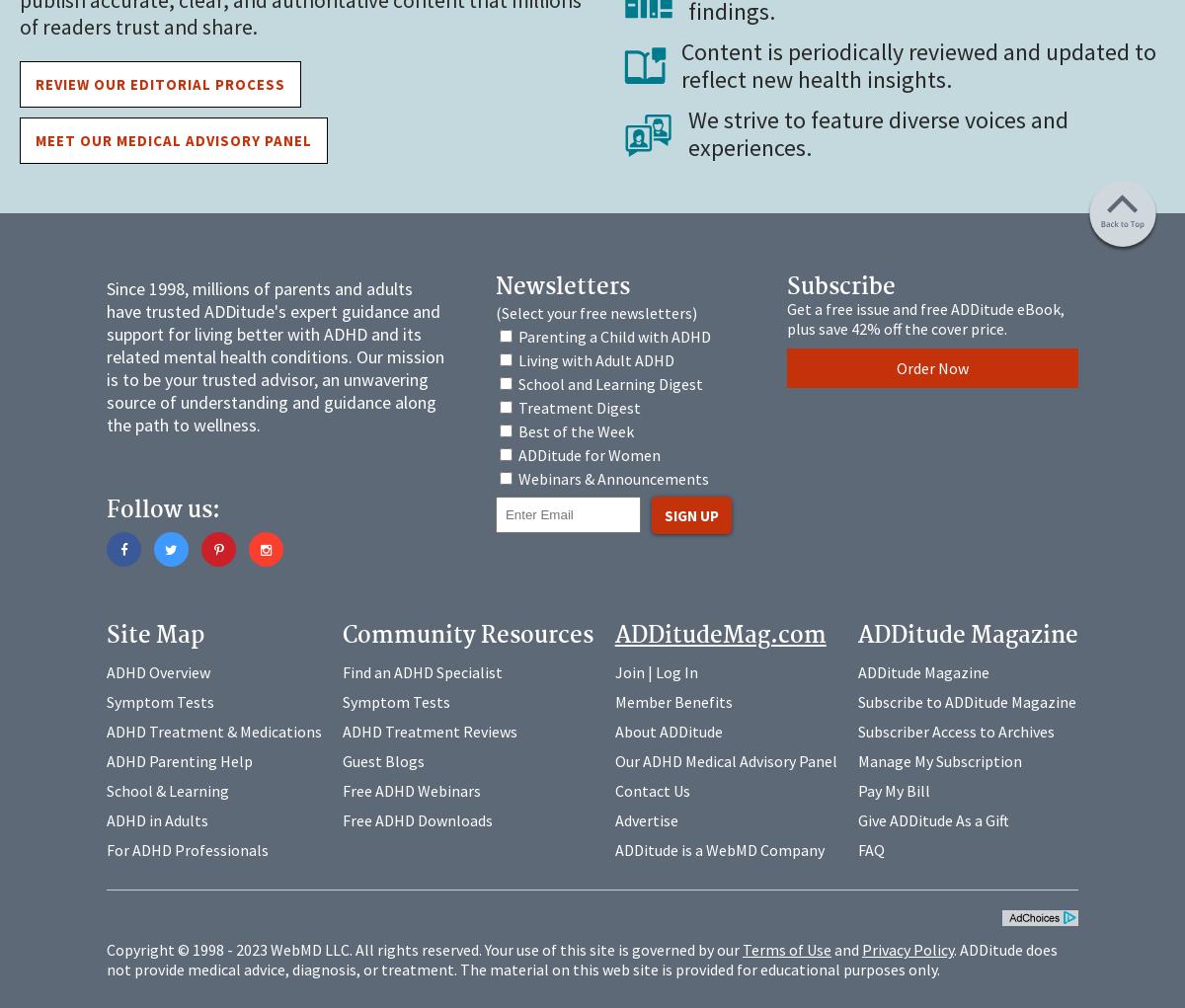 This screenshot has height=1008, width=1185. Describe the element at coordinates (672, 701) in the screenshot. I see `'Member Benefits'` at that location.